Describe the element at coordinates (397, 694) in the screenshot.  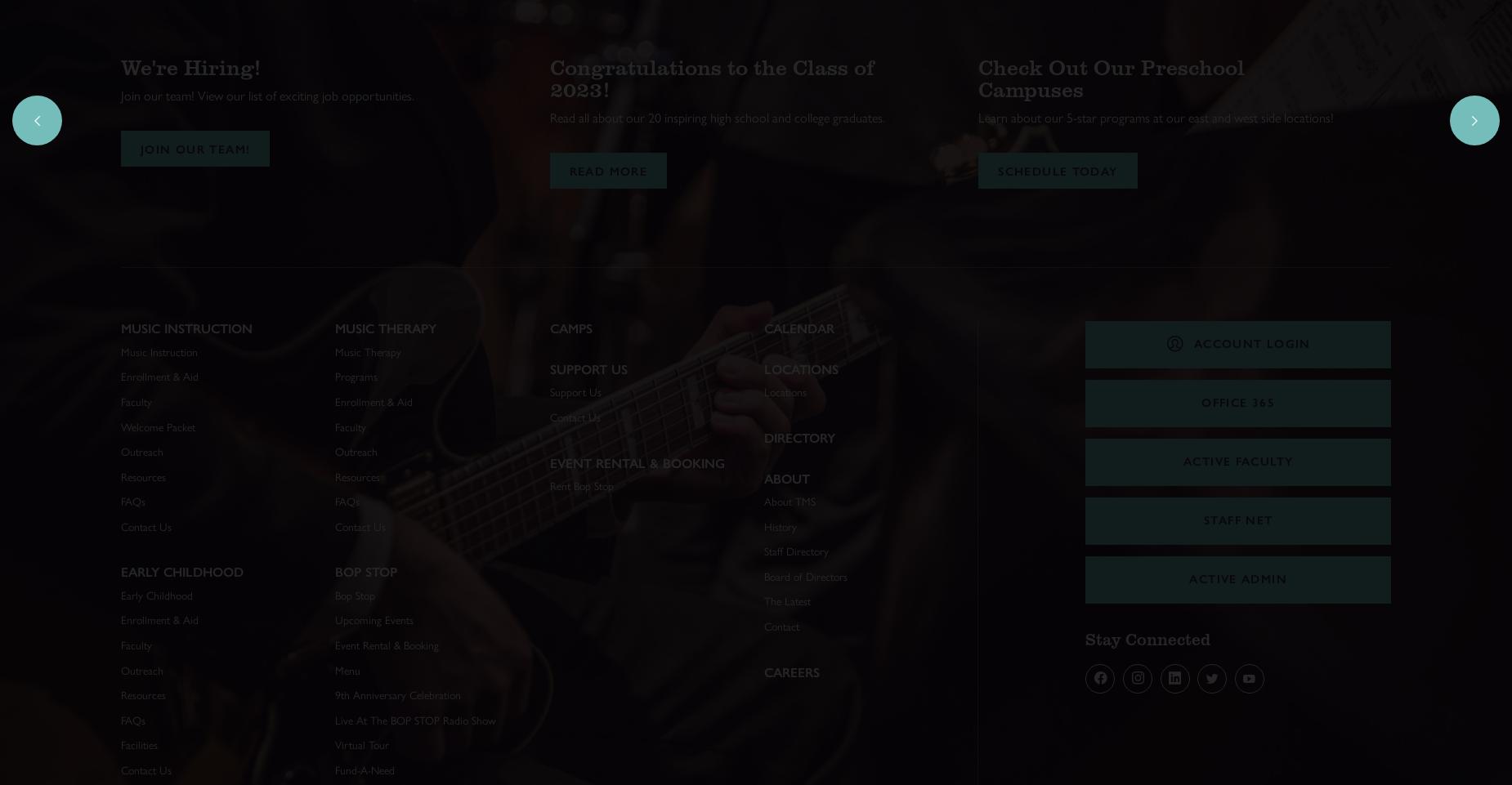
I see `'9th Anniversary Celebration'` at that location.